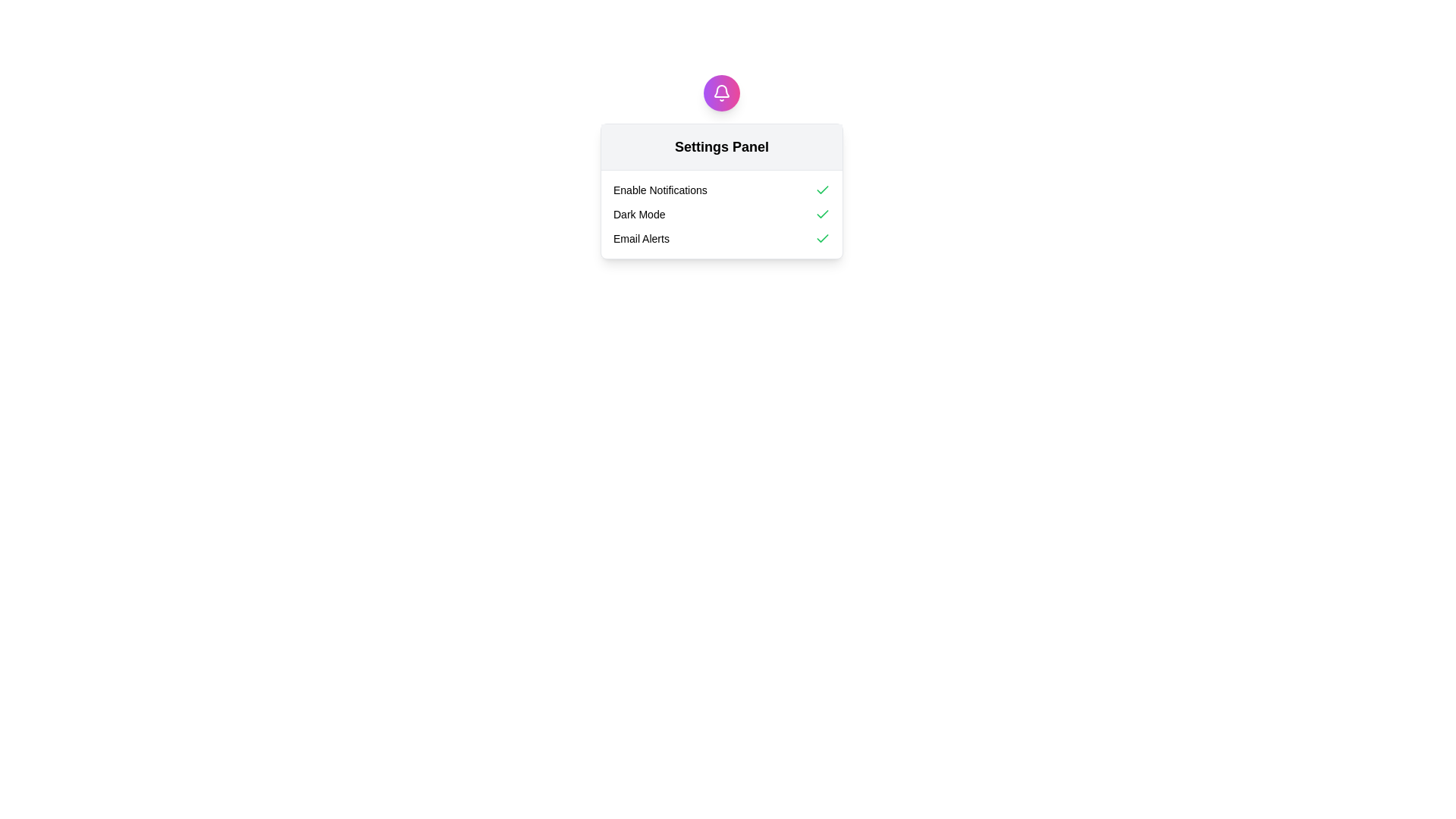 The image size is (1456, 819). Describe the element at coordinates (720, 214) in the screenshot. I see `the 'Dark Mode' setting row in the settings panel` at that location.